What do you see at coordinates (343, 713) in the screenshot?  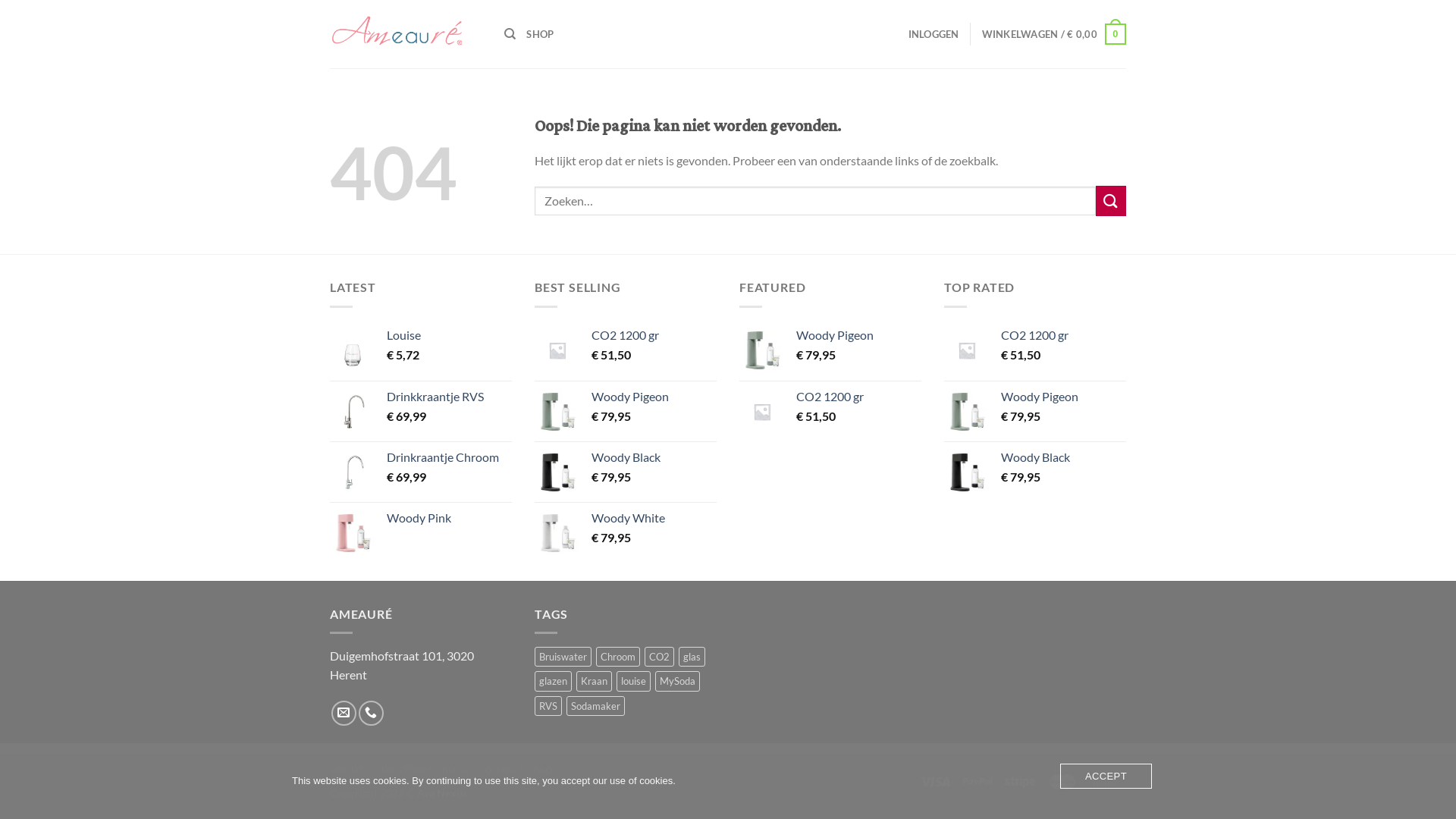 I see `'Stuur ons een e-mail'` at bounding box center [343, 713].